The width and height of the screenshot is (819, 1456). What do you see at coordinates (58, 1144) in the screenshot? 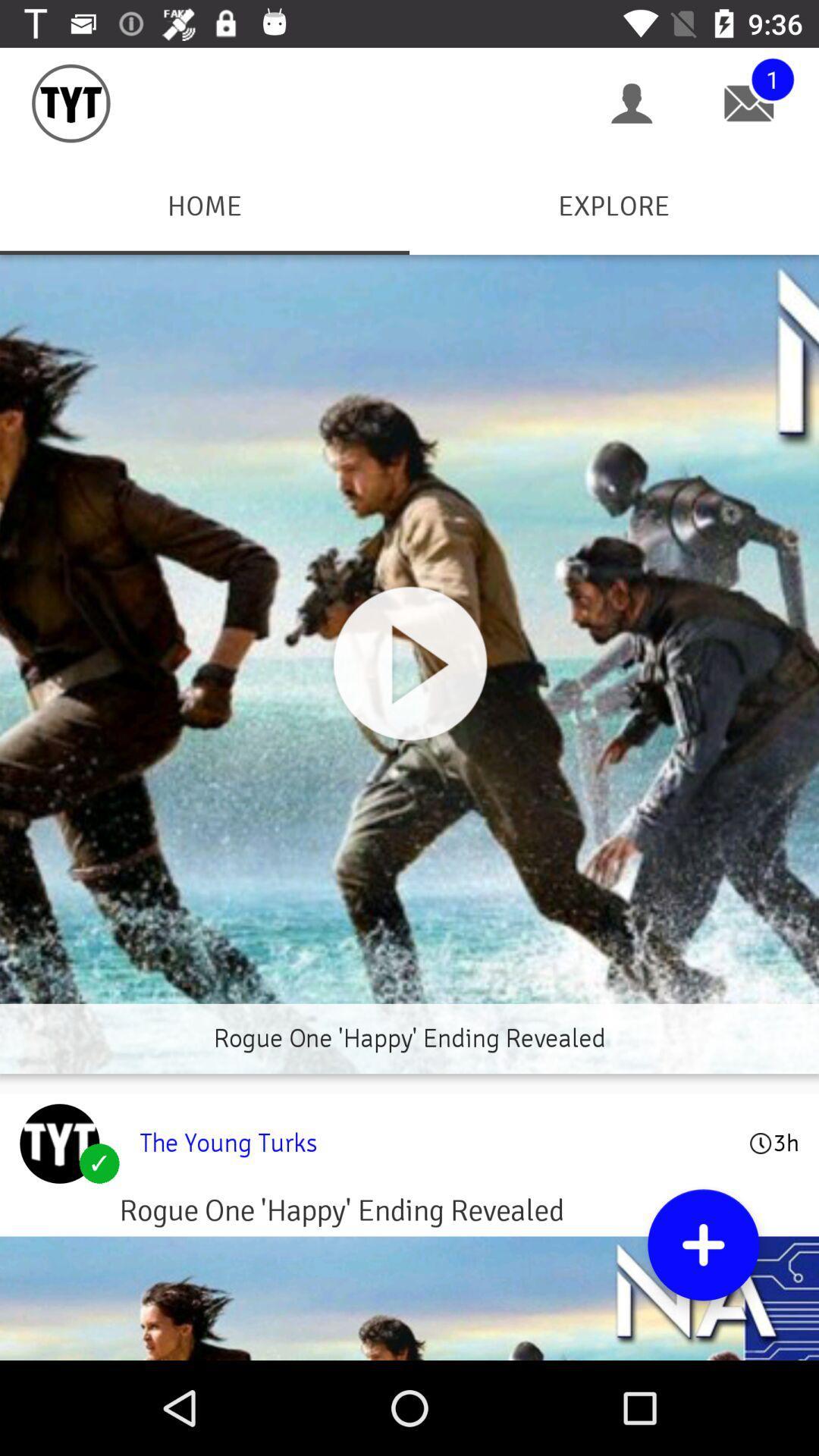
I see `young turks profile` at bounding box center [58, 1144].